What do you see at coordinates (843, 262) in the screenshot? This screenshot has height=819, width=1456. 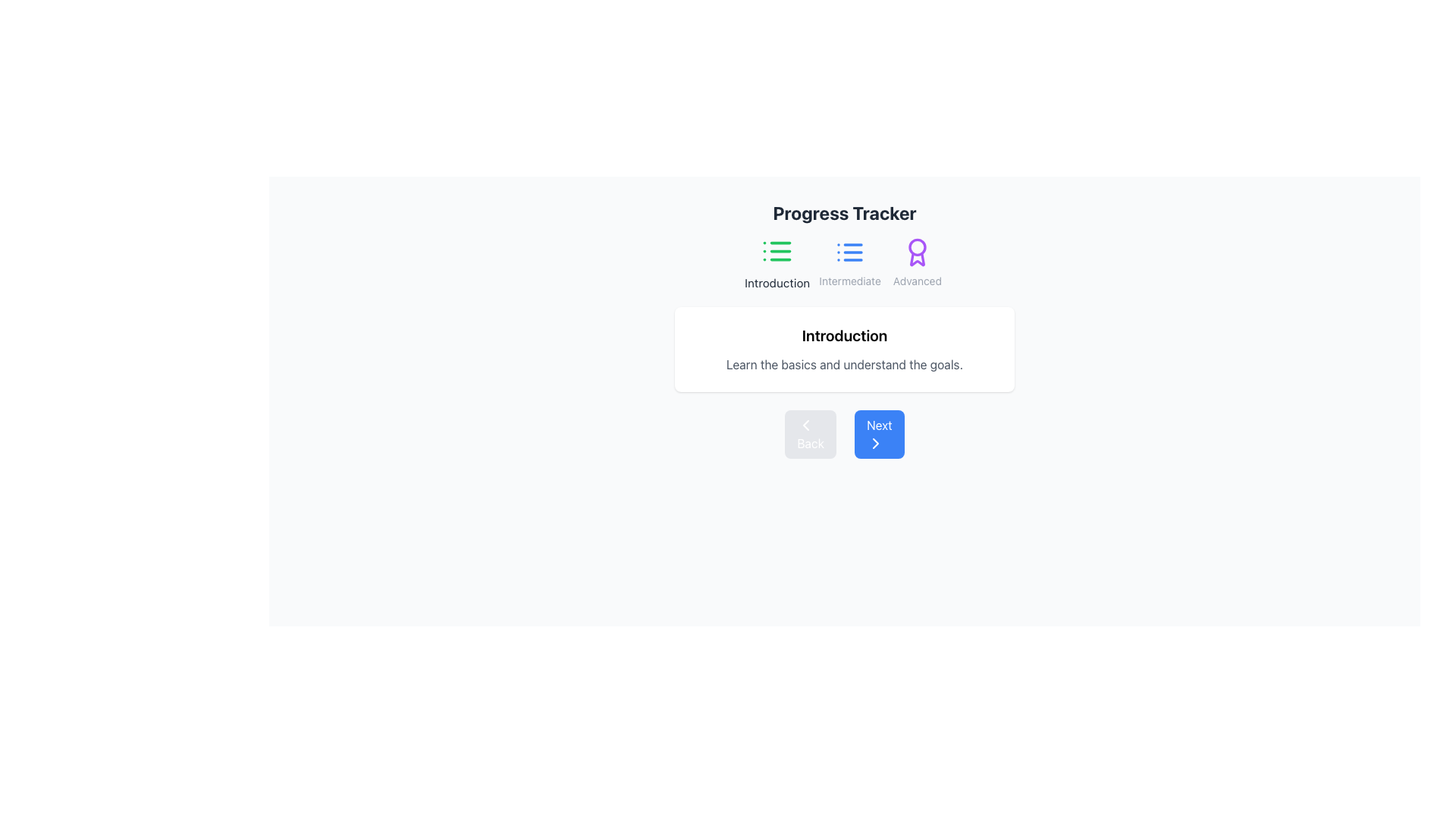 I see `the specific sections of the Progress Tracker` at bounding box center [843, 262].